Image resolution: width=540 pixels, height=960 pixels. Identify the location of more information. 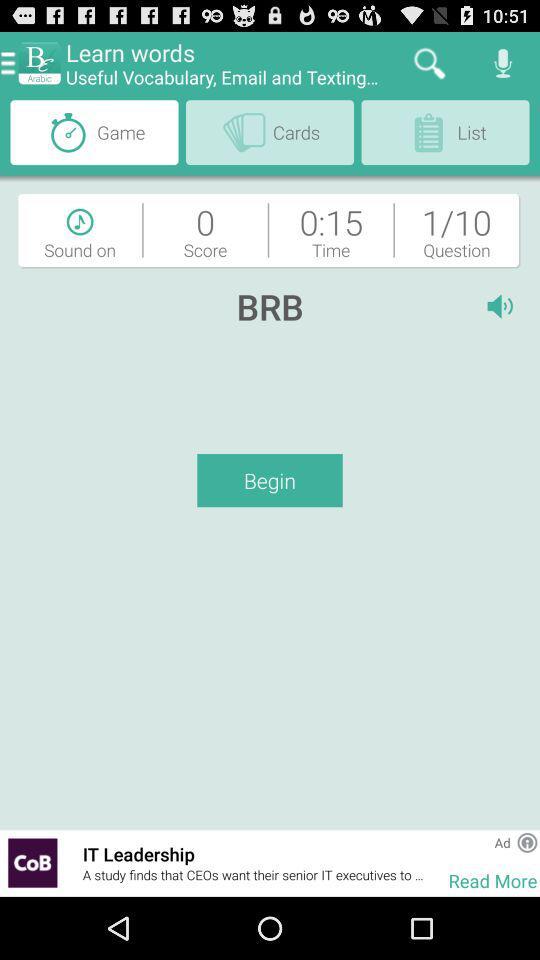
(527, 841).